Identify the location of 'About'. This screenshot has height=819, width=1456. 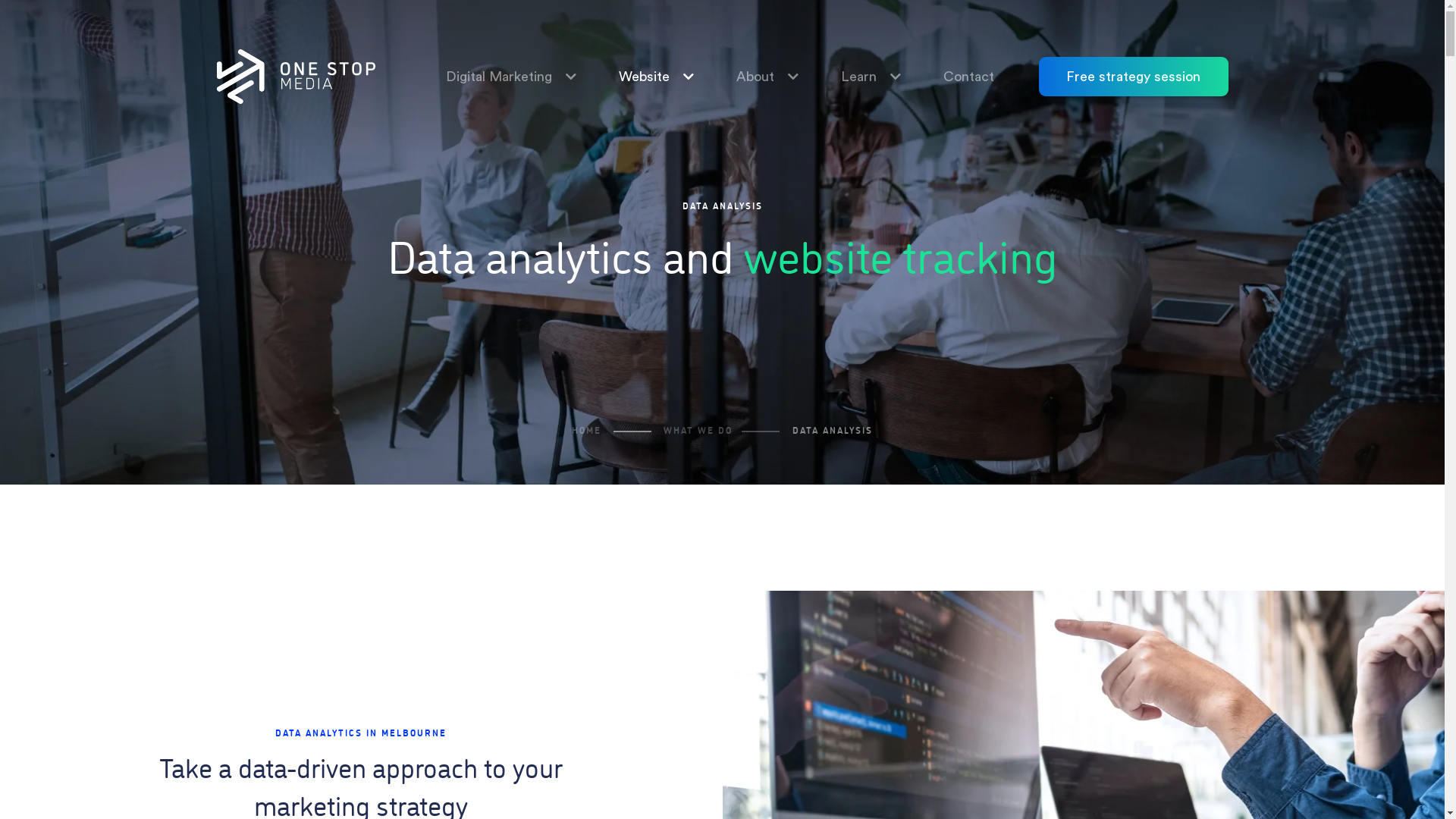
(710, 76).